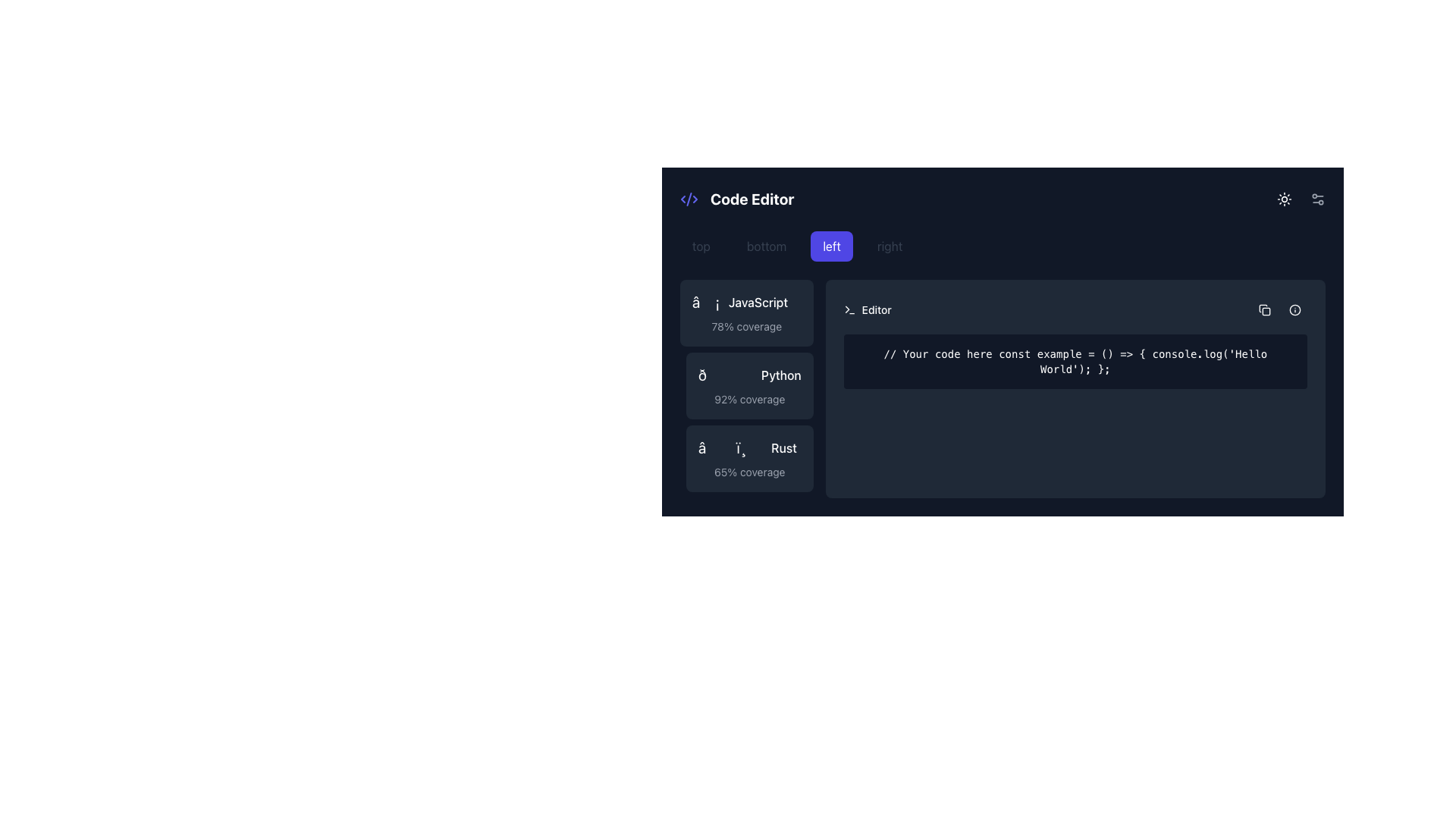  I want to click on the appearance of the large-sized white emoji styled character resembling a snake, which is positioned immediately to the left of the text 'Python' in the left column, so click(724, 375).